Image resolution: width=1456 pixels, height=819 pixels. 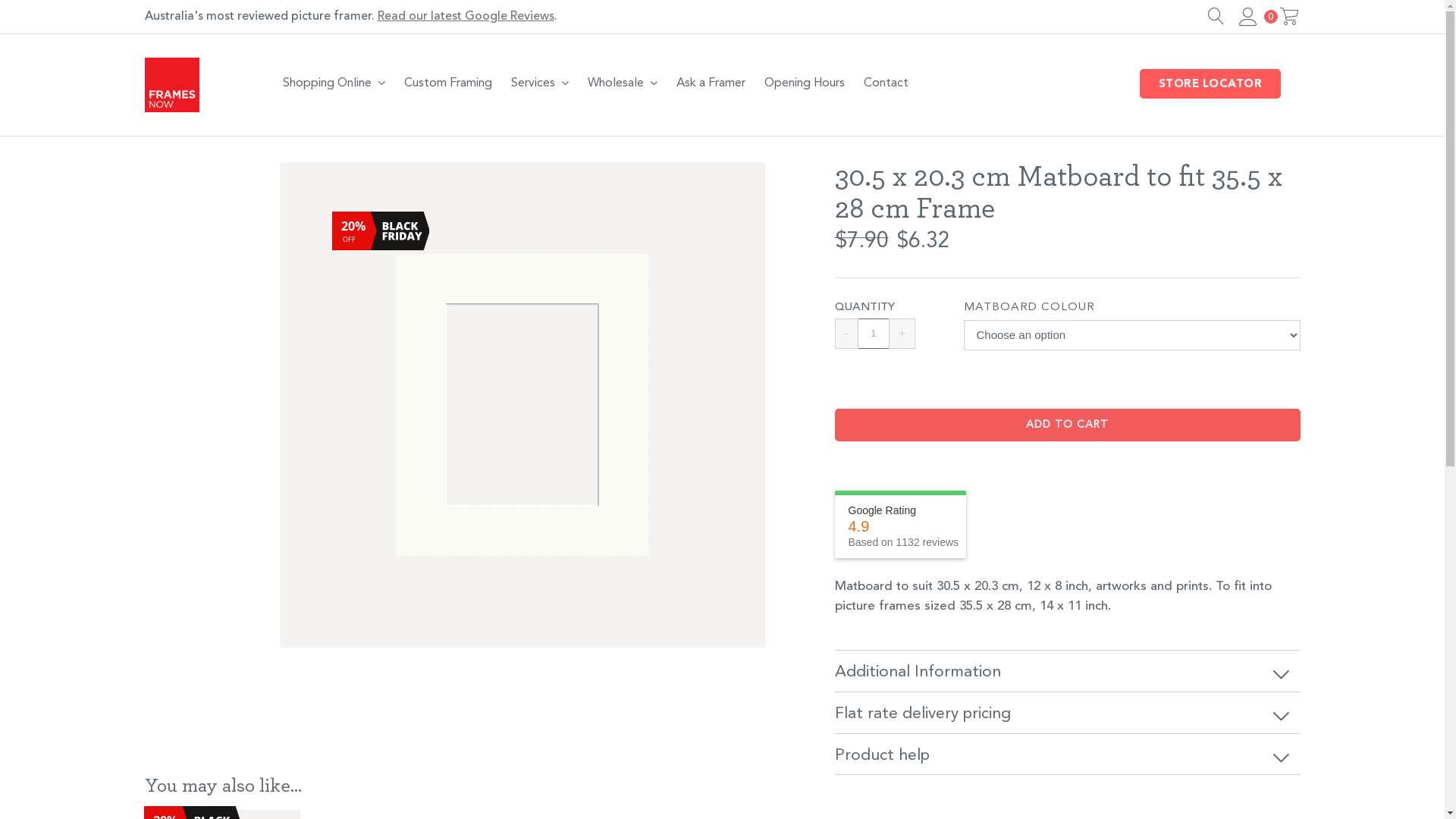 I want to click on 'Contact', so click(x=886, y=83).